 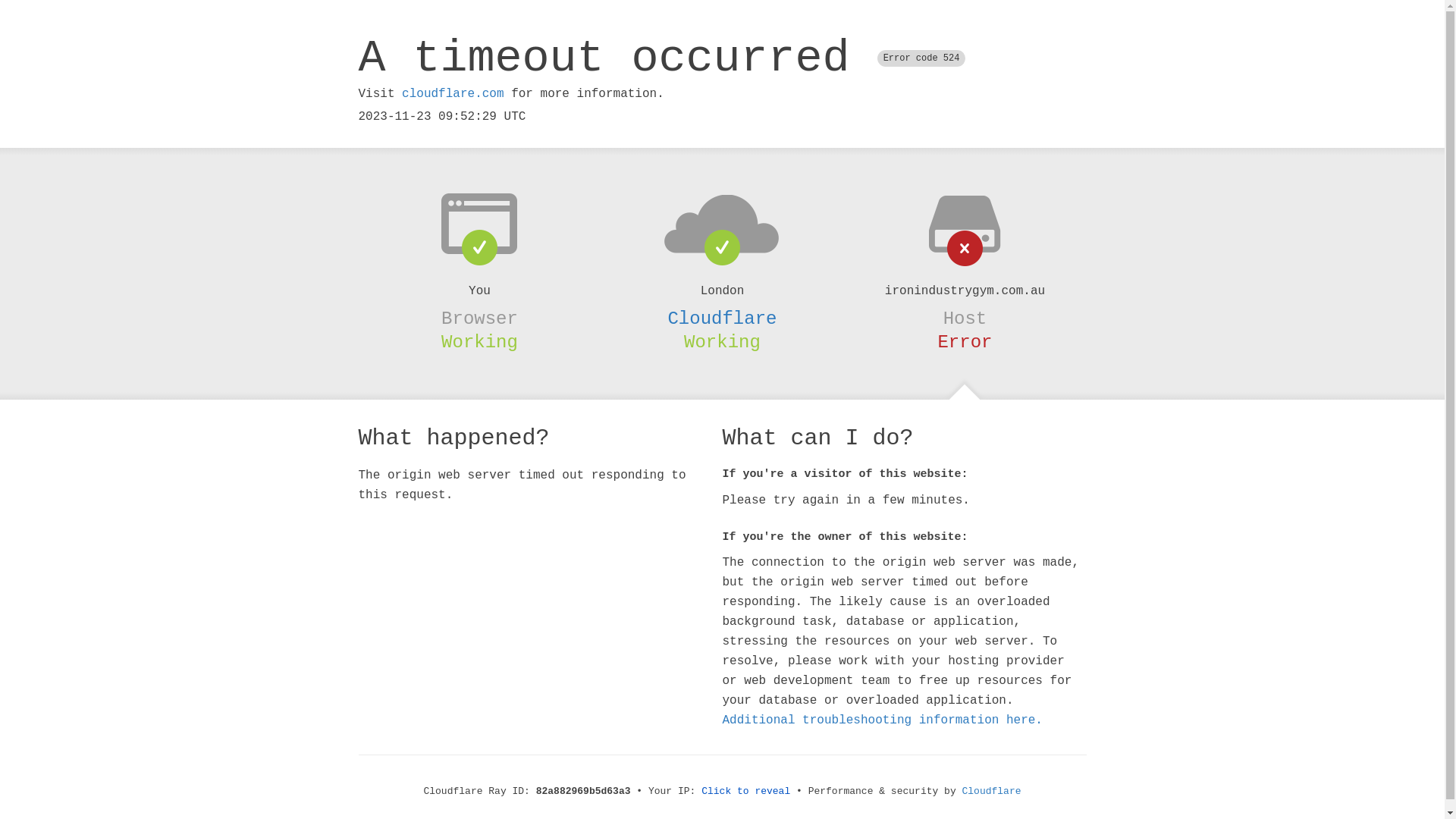 What do you see at coordinates (745, 790) in the screenshot?
I see `'Click to reveal'` at bounding box center [745, 790].